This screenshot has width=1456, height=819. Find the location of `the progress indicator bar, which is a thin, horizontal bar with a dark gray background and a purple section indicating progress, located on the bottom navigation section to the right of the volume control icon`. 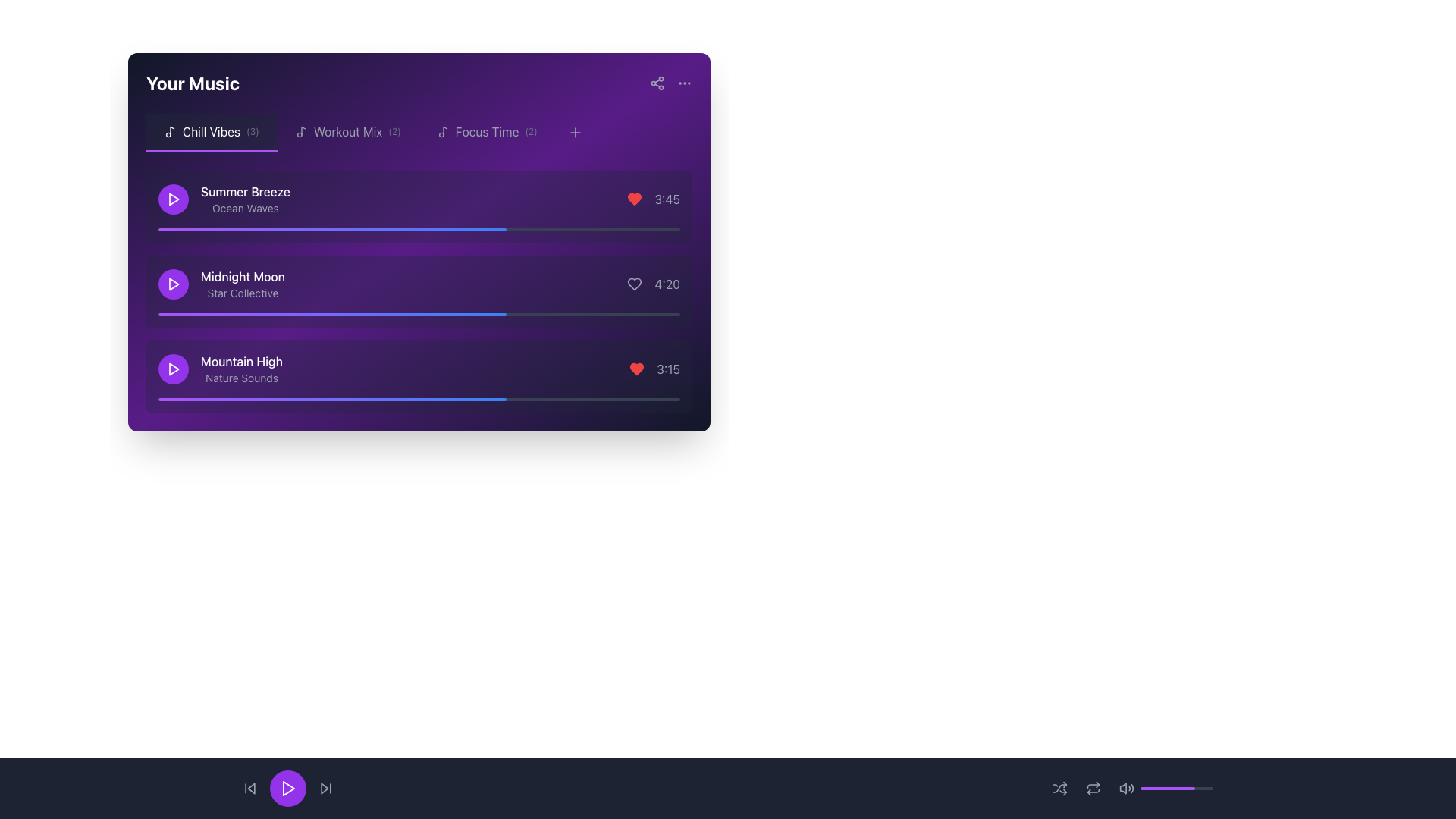

the progress indicator bar, which is a thin, horizontal bar with a dark gray background and a purple section indicating progress, located on the bottom navigation section to the right of the volume control icon is located at coordinates (1175, 788).